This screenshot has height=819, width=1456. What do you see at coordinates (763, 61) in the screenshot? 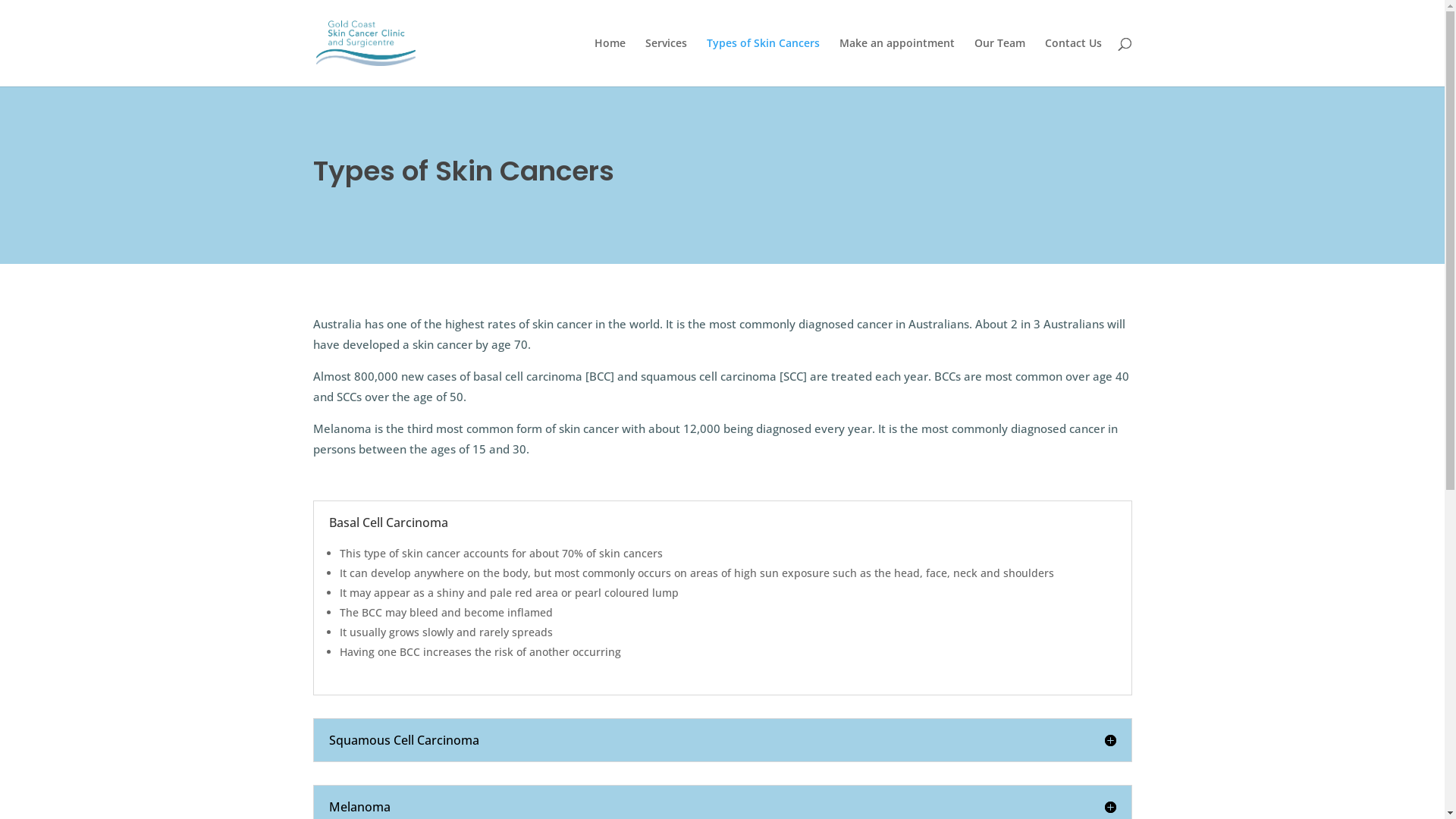
I see `'Types of Skin Cancers'` at bounding box center [763, 61].